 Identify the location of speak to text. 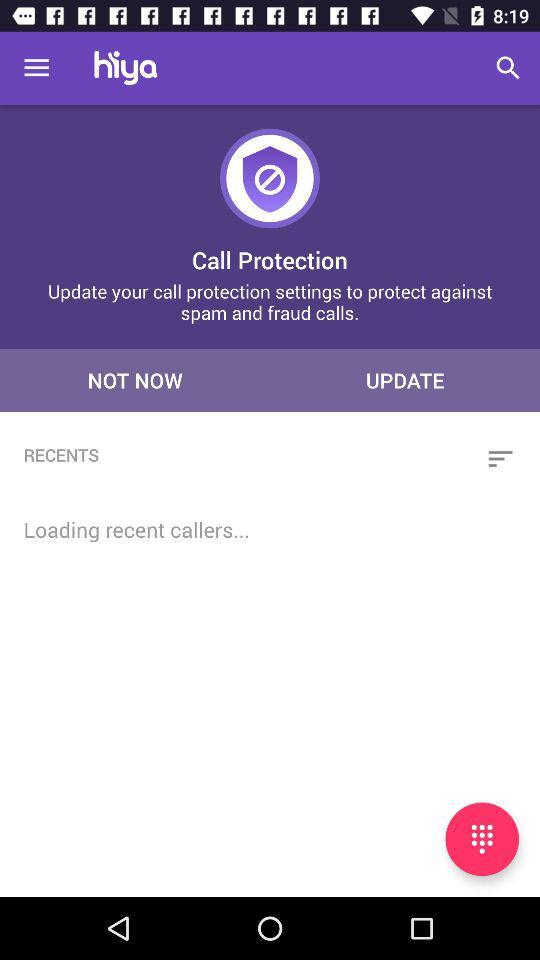
(481, 839).